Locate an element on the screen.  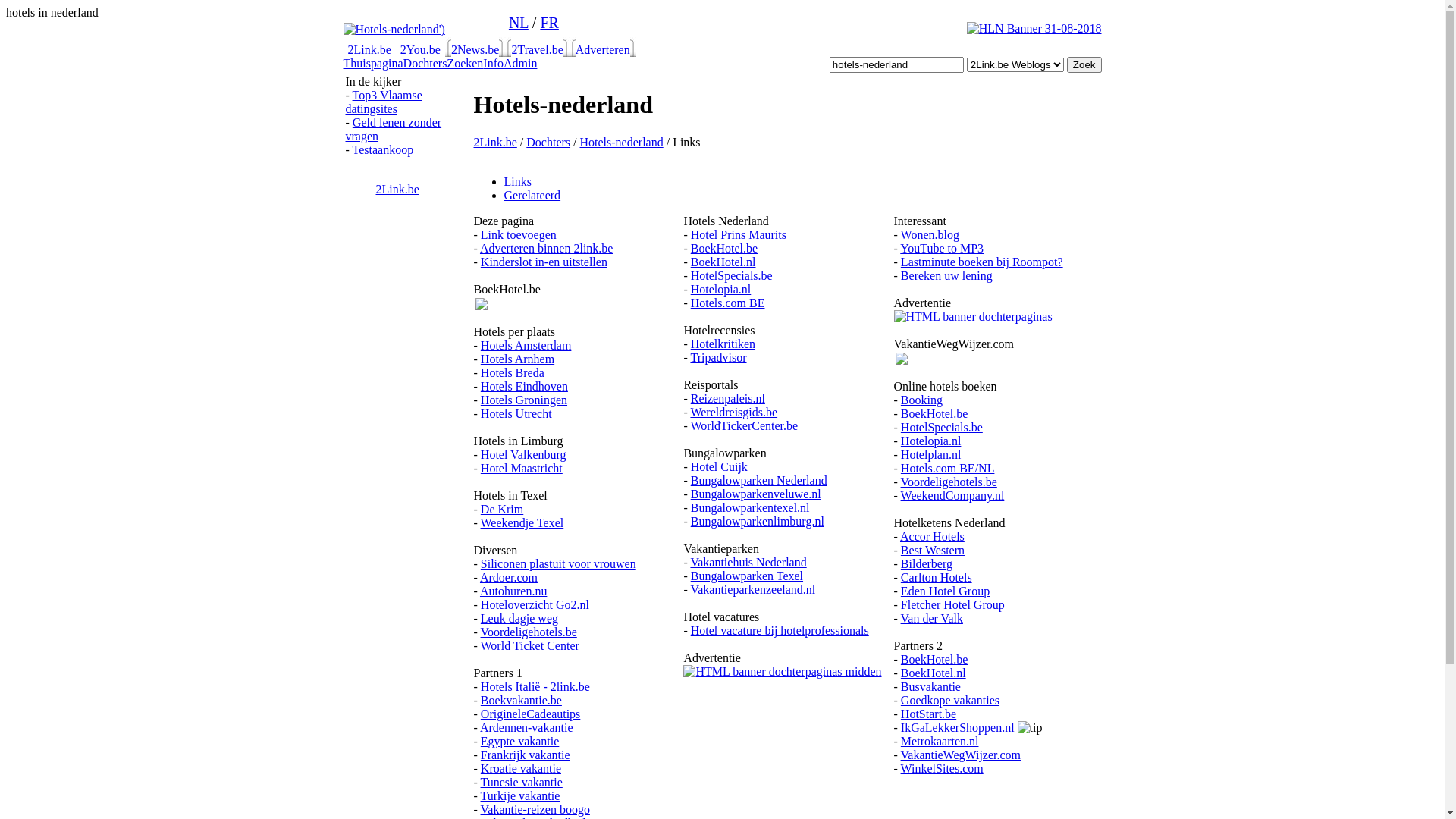
'Admin' is located at coordinates (520, 62).